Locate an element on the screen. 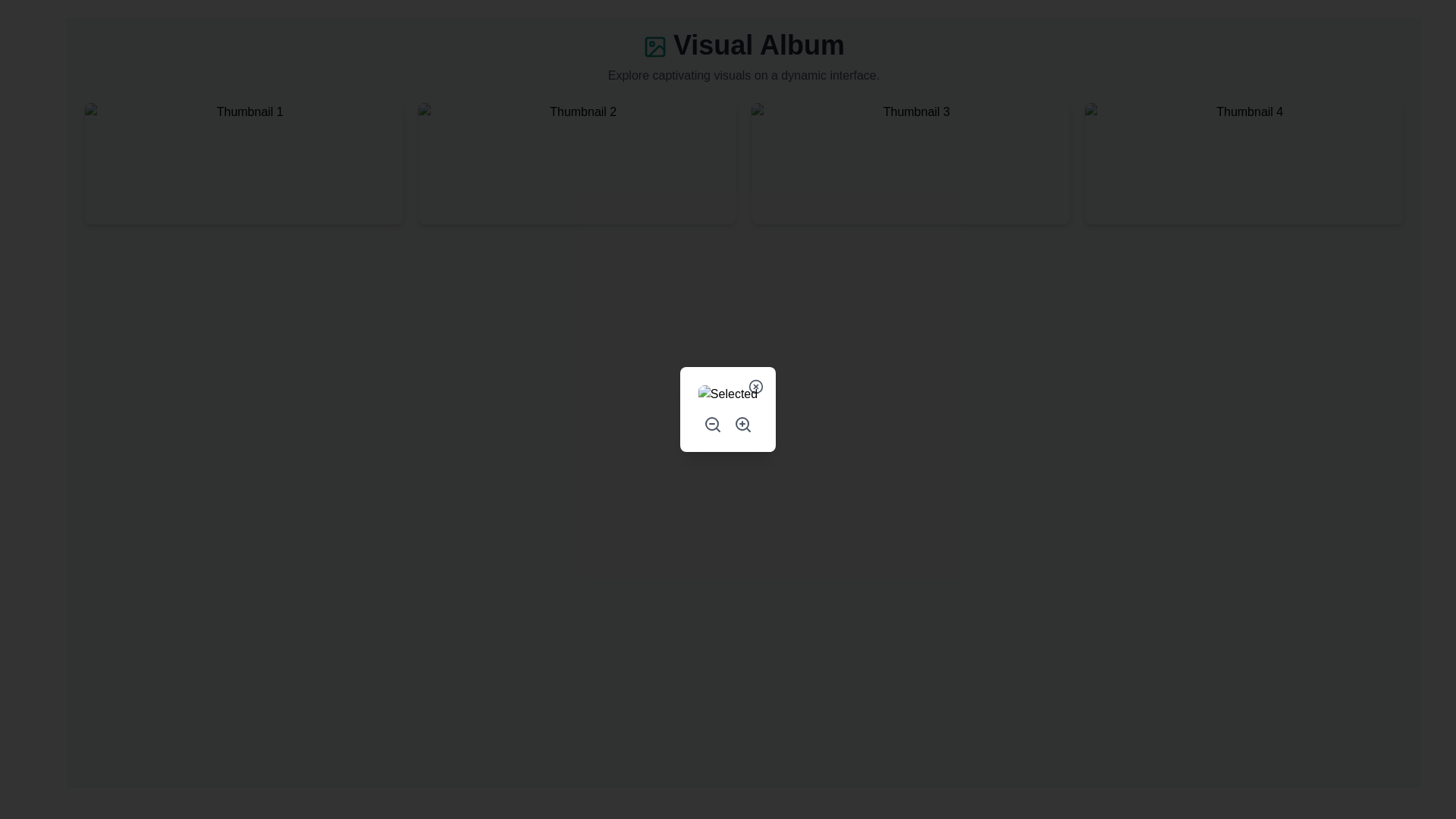  the first card button in the grid layout to trigger visual feedback is located at coordinates (243, 164).